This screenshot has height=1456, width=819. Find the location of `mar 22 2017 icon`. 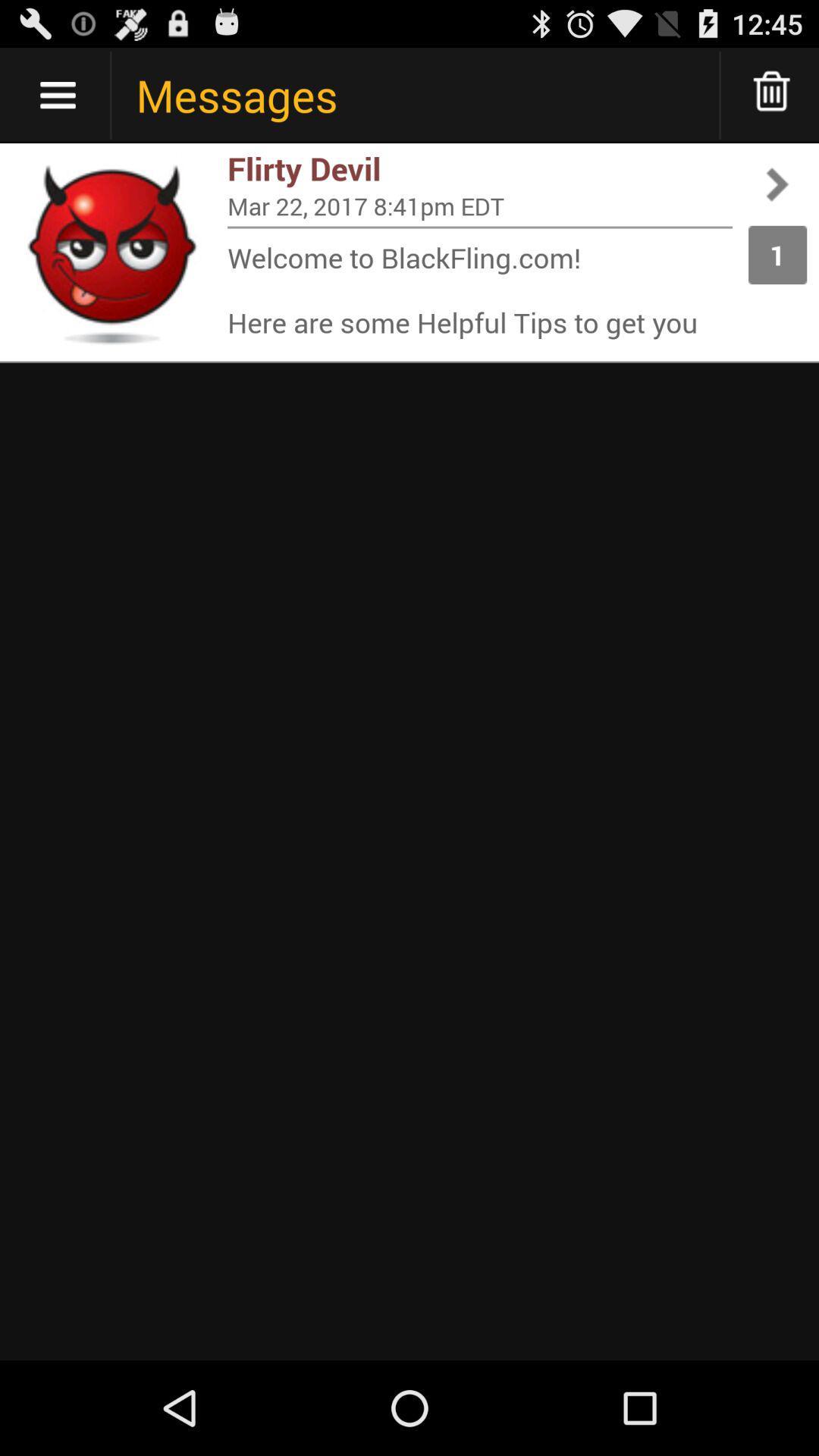

mar 22 2017 icon is located at coordinates (479, 205).